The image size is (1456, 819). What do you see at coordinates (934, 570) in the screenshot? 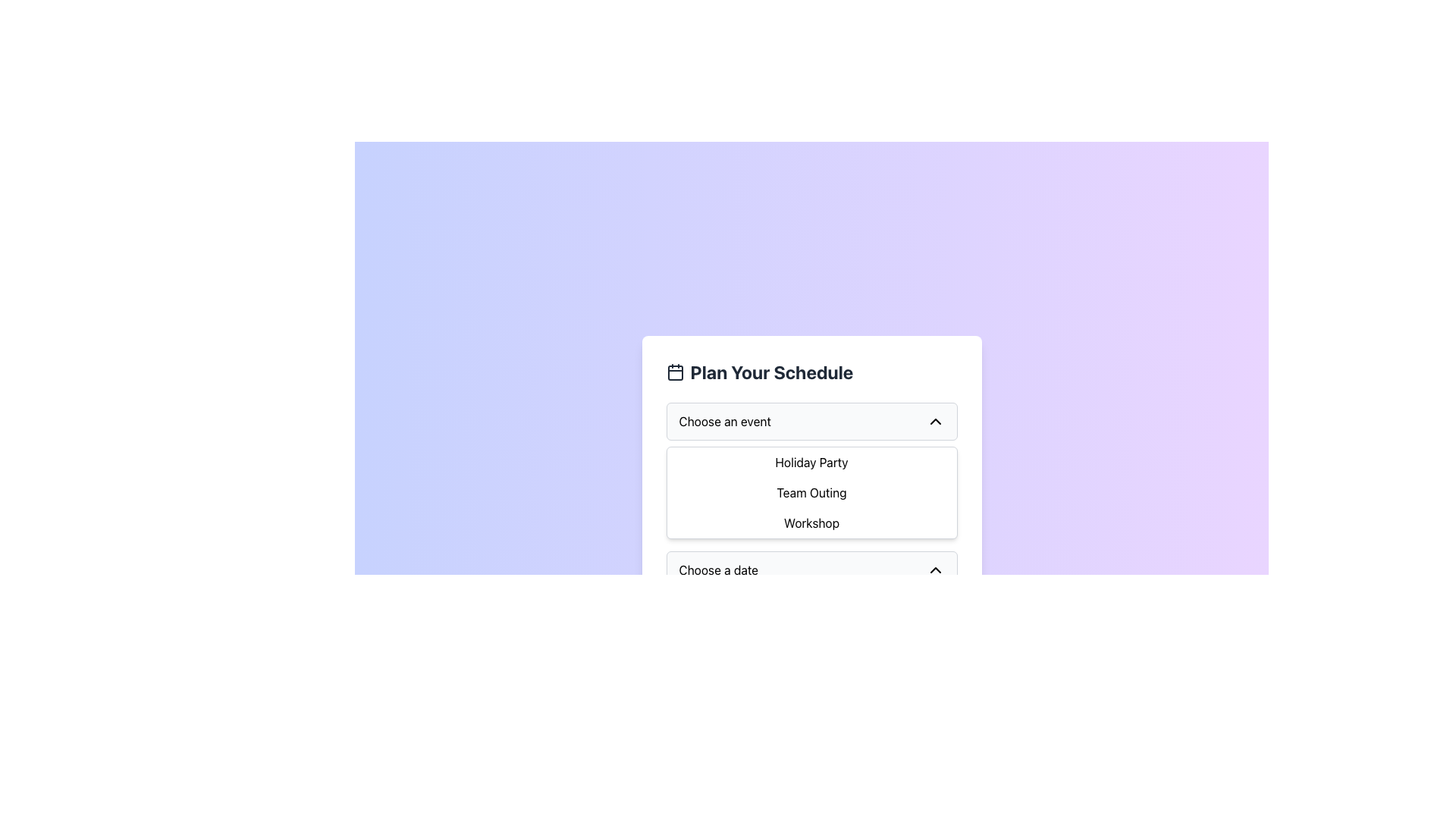
I see `the upward-facing chevron icon button located in the lower right corner of the 'Choose a date' input field` at bounding box center [934, 570].